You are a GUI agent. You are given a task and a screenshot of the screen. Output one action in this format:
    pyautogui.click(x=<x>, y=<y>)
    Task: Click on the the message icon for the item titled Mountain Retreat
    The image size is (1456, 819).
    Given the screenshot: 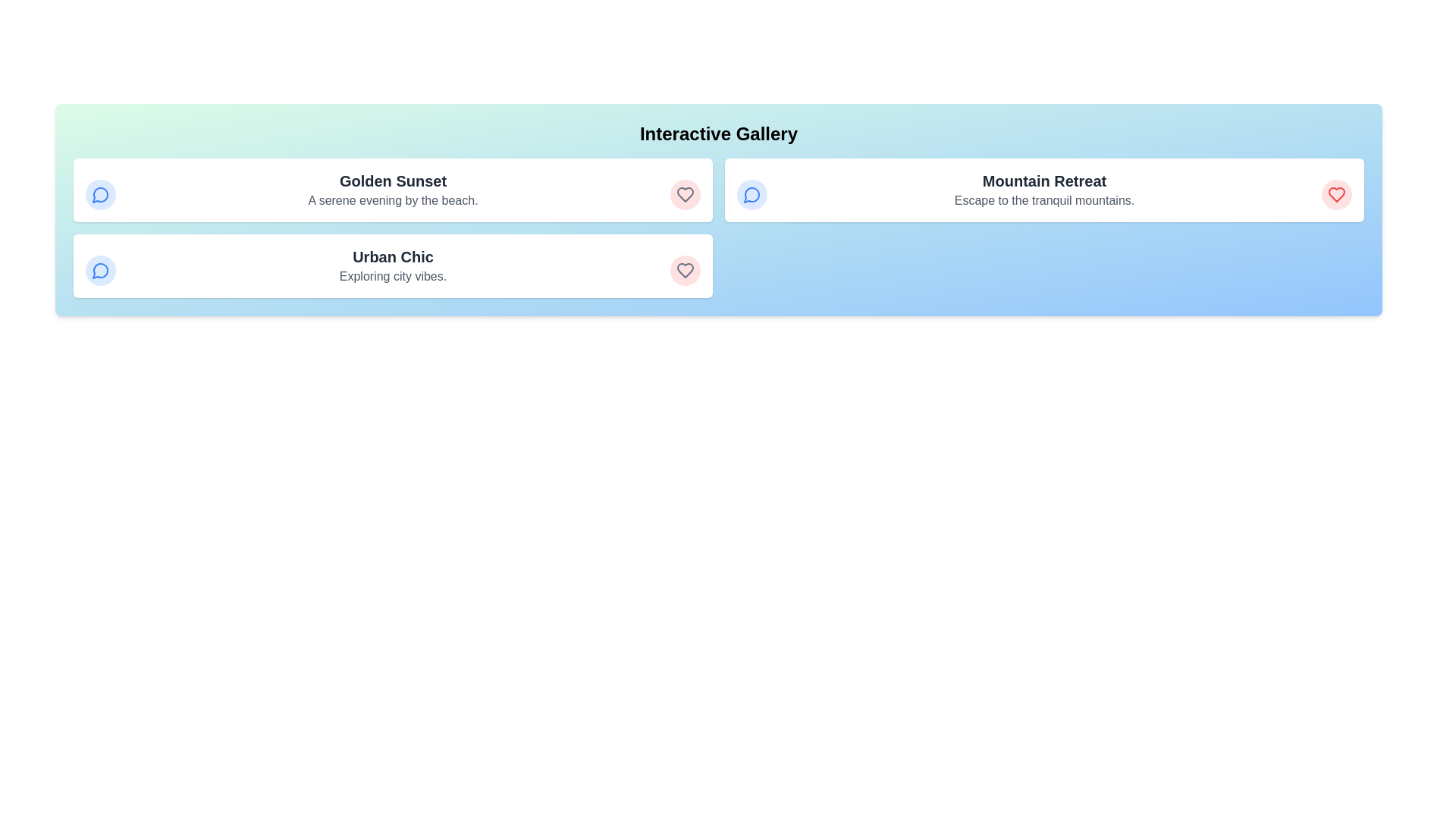 What is the action you would take?
    pyautogui.click(x=752, y=194)
    